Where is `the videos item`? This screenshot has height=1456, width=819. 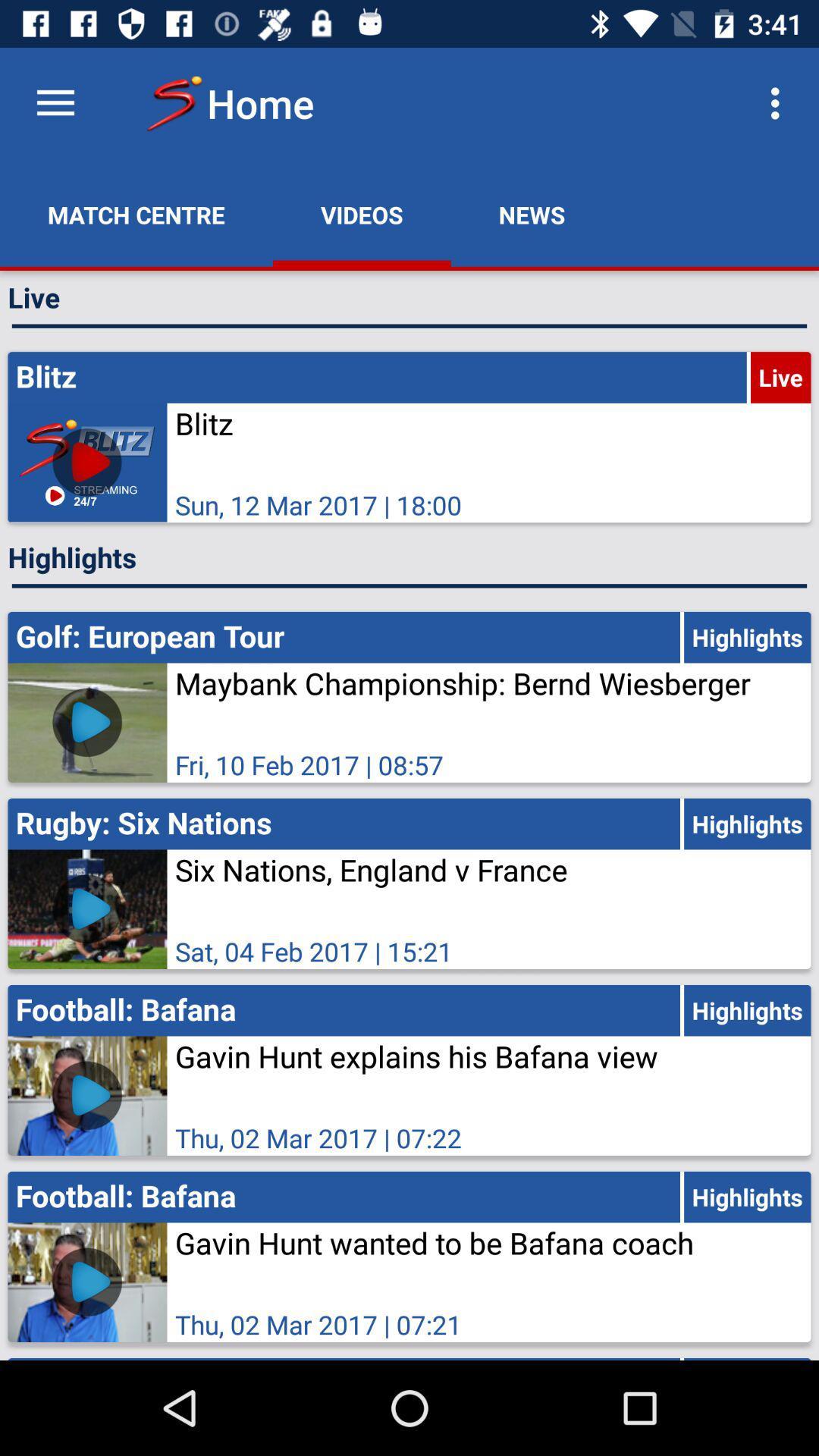
the videos item is located at coordinates (362, 214).